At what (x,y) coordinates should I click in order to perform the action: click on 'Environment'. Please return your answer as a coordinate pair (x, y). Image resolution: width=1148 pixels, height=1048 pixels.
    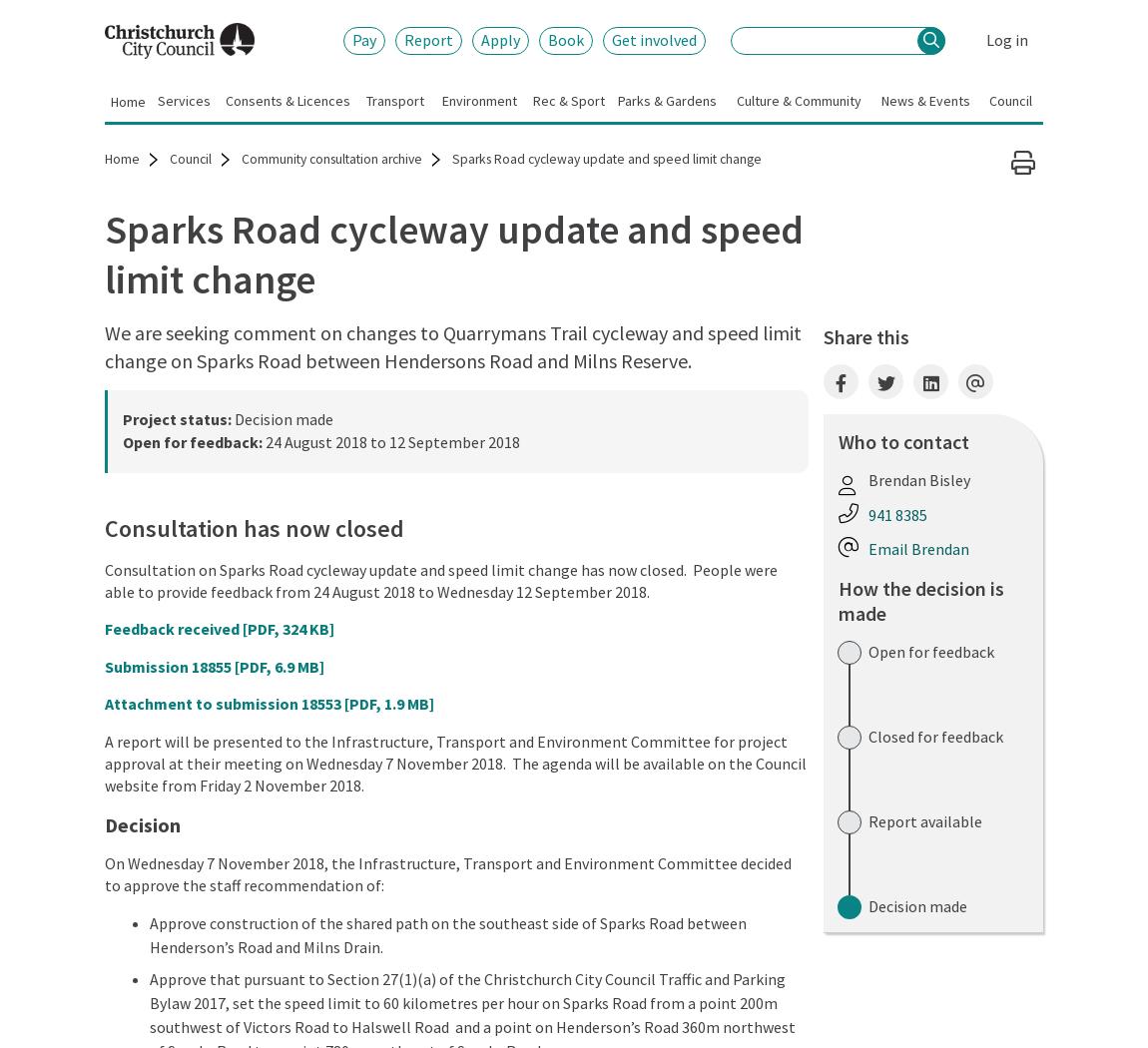
    Looking at the image, I should click on (441, 99).